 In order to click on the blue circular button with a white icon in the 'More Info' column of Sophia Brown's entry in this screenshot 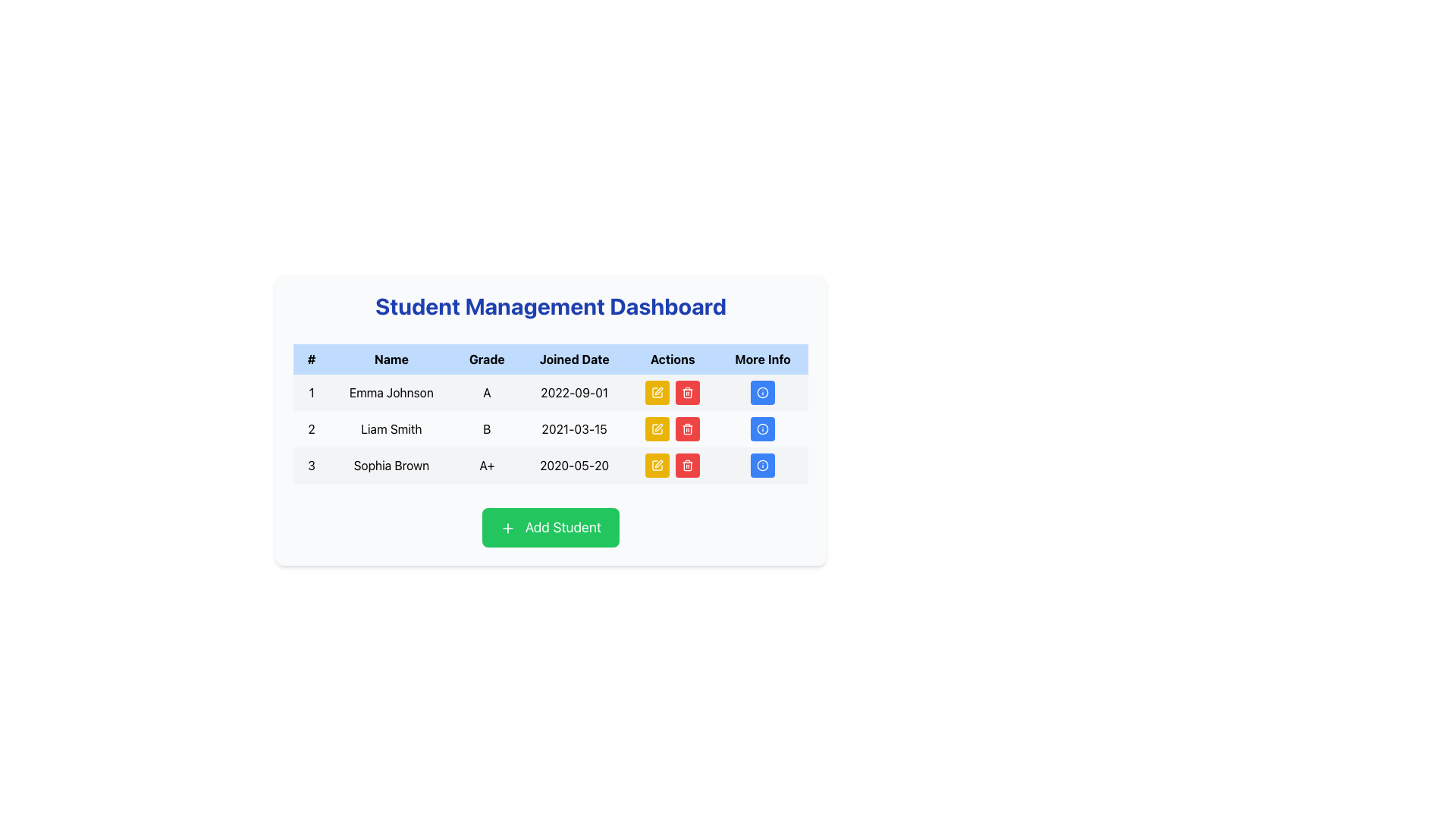, I will do `click(763, 464)`.